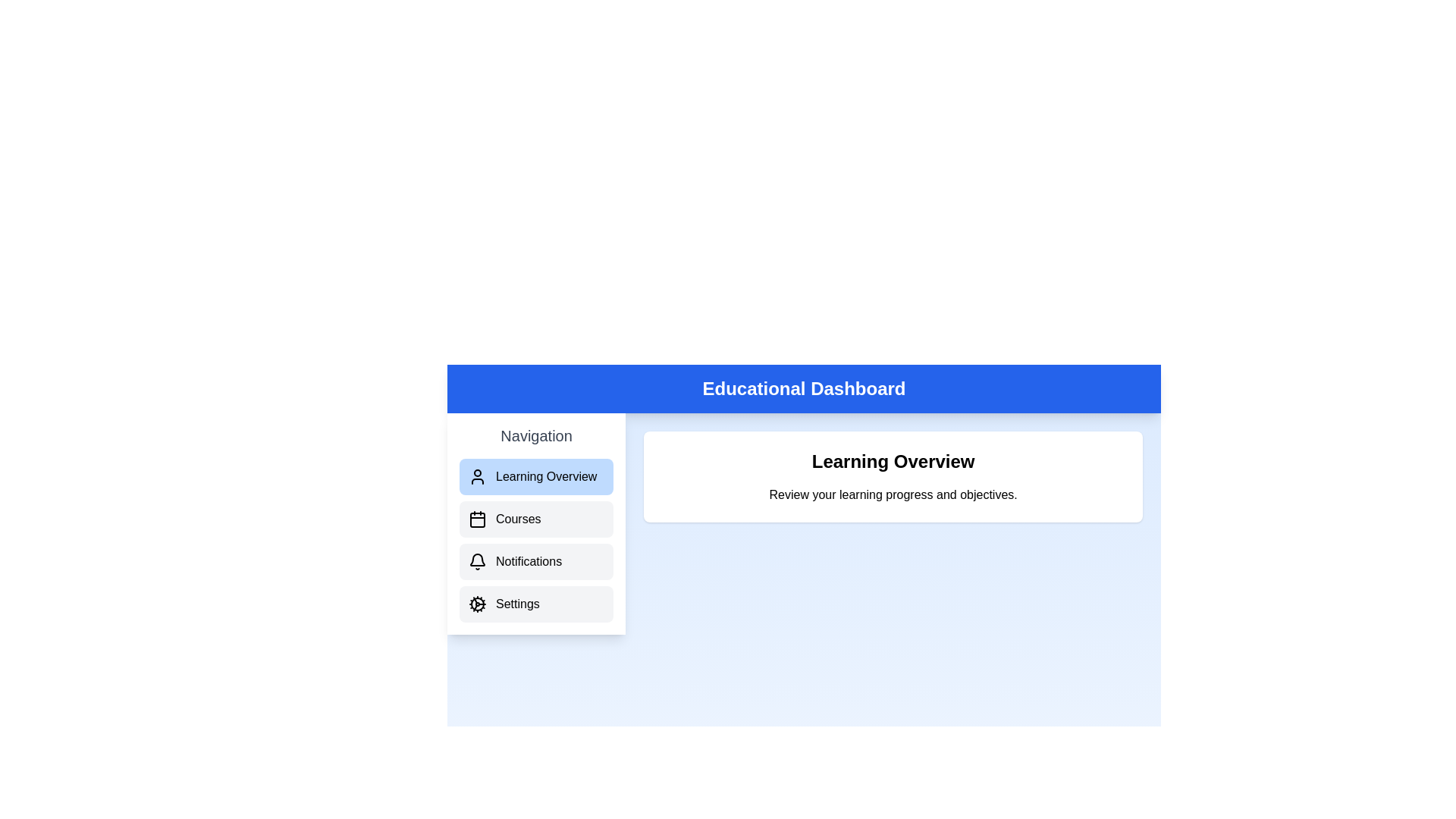 The width and height of the screenshot is (1456, 819). I want to click on the sidebar option Learning Overview to observe its hover effect, so click(536, 475).